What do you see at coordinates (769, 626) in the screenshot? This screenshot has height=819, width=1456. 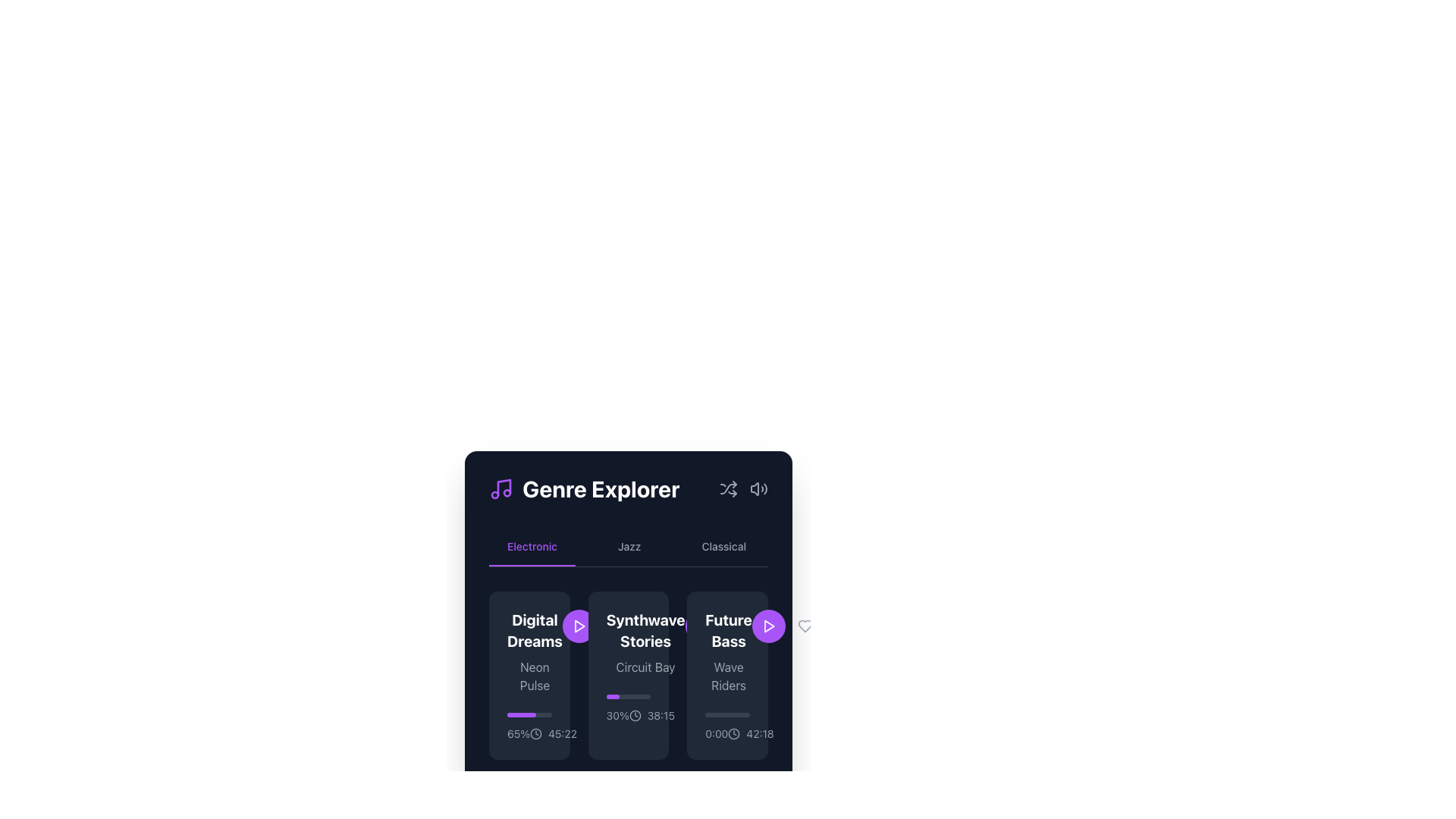 I see `the play button to initiate playing the track associated with the 'Future Bass' card in the Genre Explorer section` at bounding box center [769, 626].